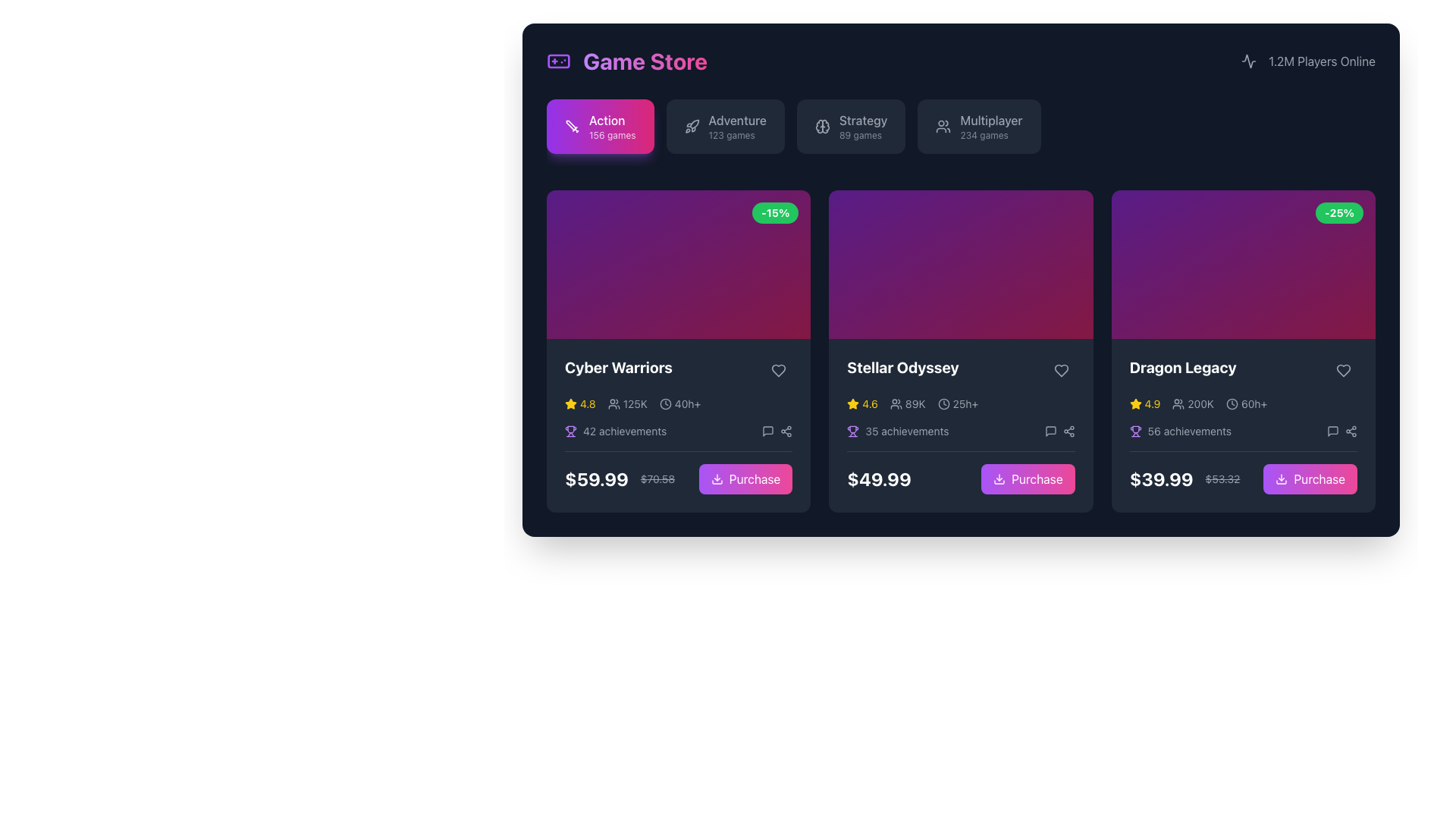 This screenshot has height=819, width=1456. Describe the element at coordinates (1160, 479) in the screenshot. I see `discounted price displayed in bold on the 'Dragon Legacy' card, located at the bottom section to the left of the strikethrough price` at that location.